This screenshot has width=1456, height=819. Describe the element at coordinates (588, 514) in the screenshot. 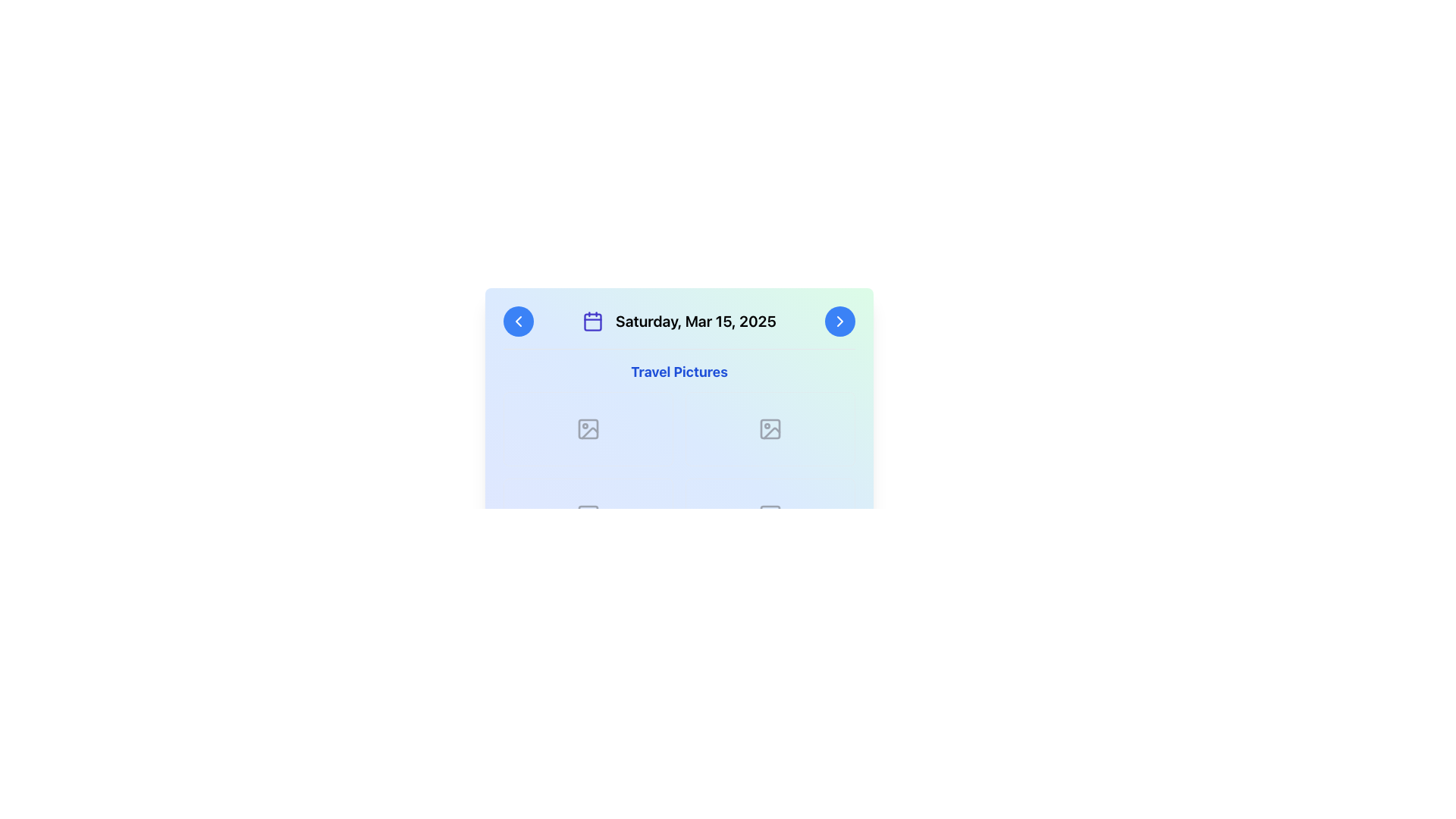

I see `the image placeholder icon located at the bottom-center of the grid layout` at that location.